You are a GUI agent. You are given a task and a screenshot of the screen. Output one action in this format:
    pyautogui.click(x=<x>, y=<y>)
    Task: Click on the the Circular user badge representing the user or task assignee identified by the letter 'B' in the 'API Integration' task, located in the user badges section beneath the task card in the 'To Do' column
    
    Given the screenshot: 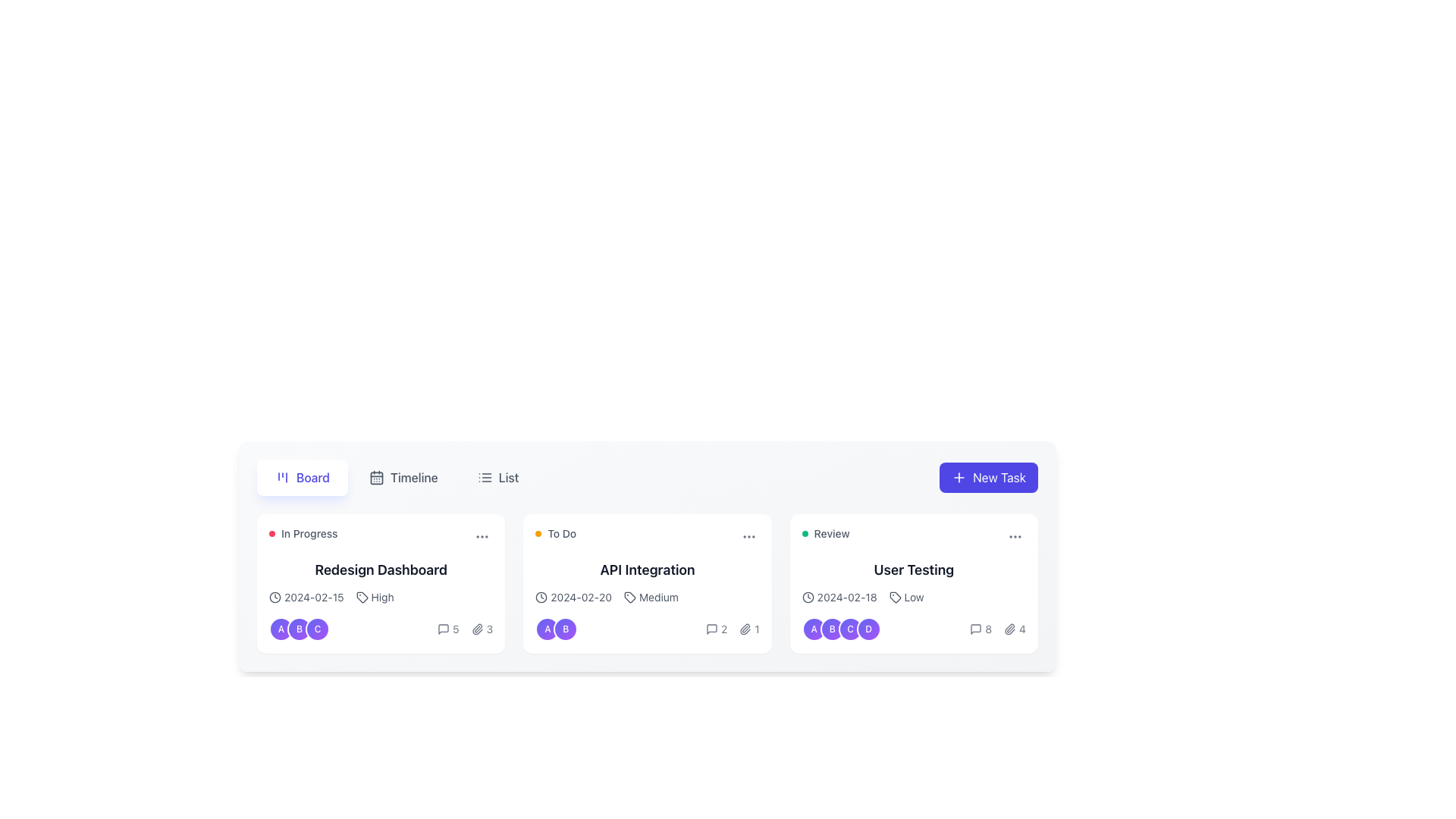 What is the action you would take?
    pyautogui.click(x=565, y=629)
    